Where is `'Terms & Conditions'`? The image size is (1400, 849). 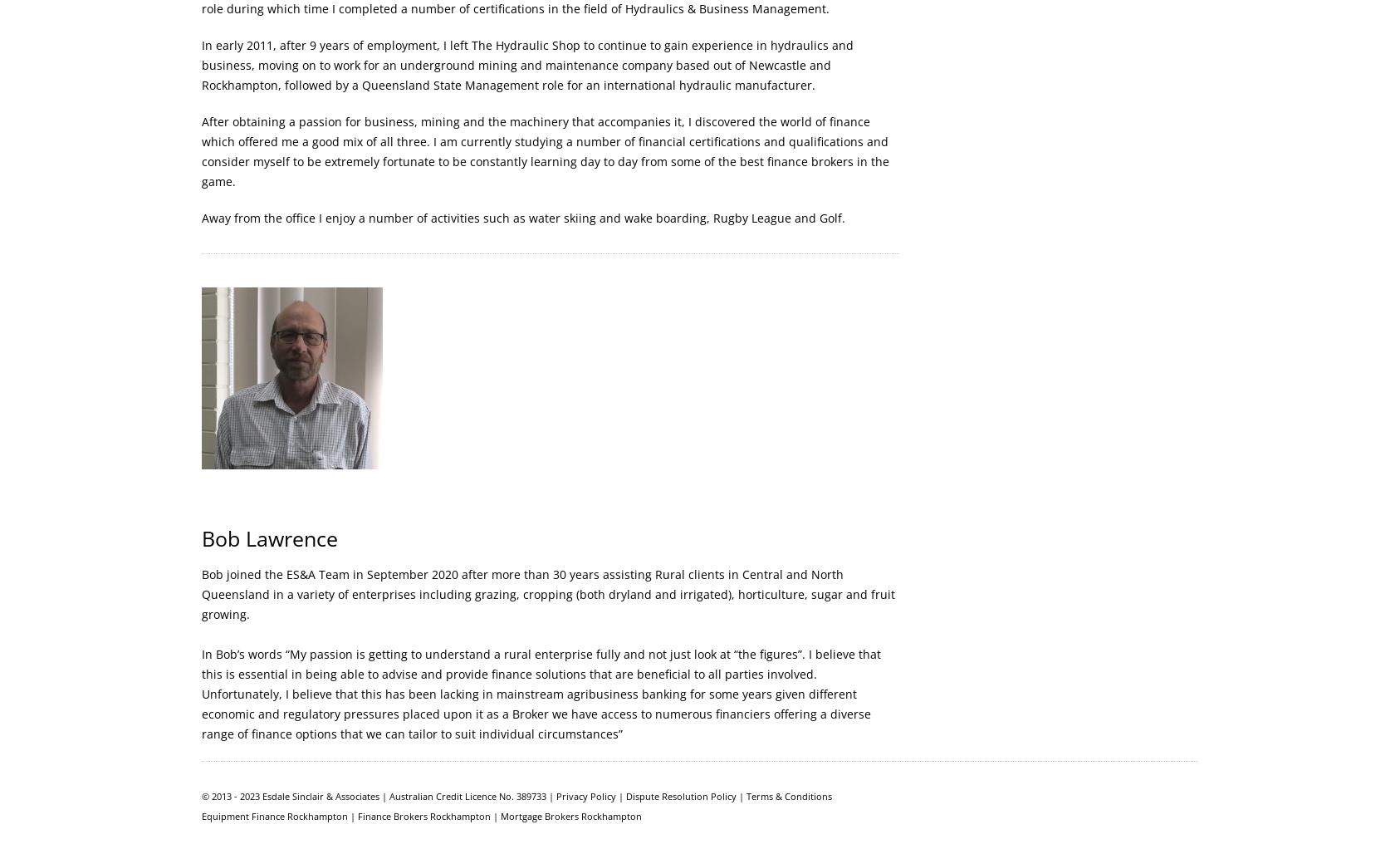 'Terms & Conditions' is located at coordinates (745, 795).